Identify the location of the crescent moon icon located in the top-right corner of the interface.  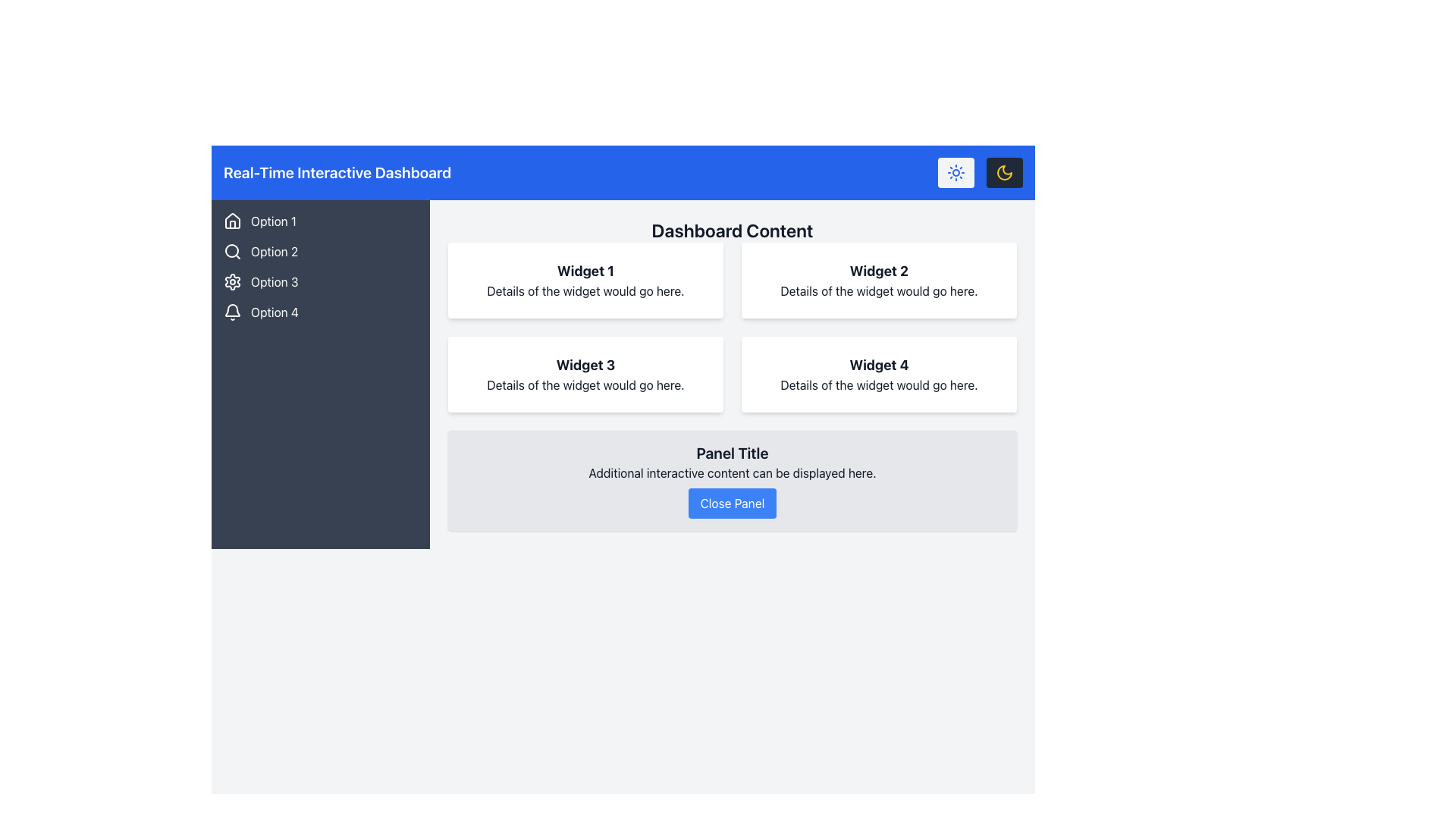
(1004, 171).